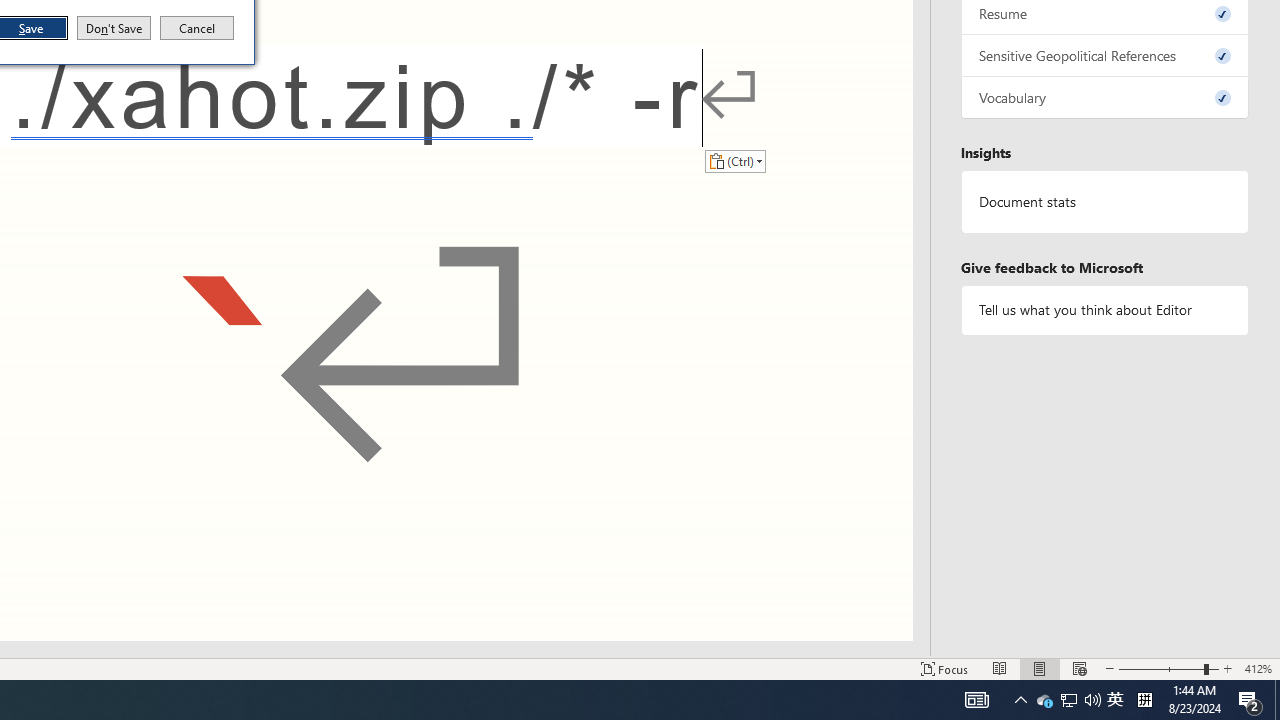  What do you see at coordinates (1104, 97) in the screenshot?
I see `'Vocabulary, 0 issues. Press space or enter to review items.'` at bounding box center [1104, 97].